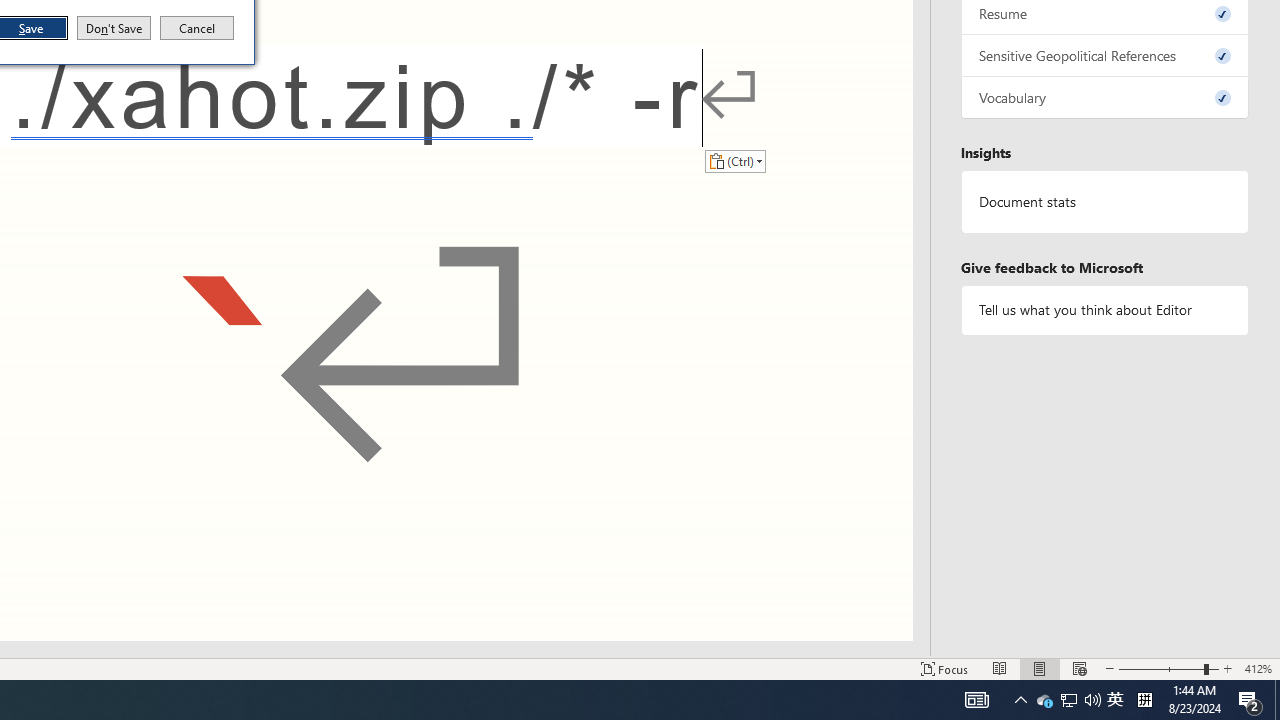  What do you see at coordinates (1104, 97) in the screenshot?
I see `'Vocabulary, 0 issues. Press space or enter to review items.'` at bounding box center [1104, 97].